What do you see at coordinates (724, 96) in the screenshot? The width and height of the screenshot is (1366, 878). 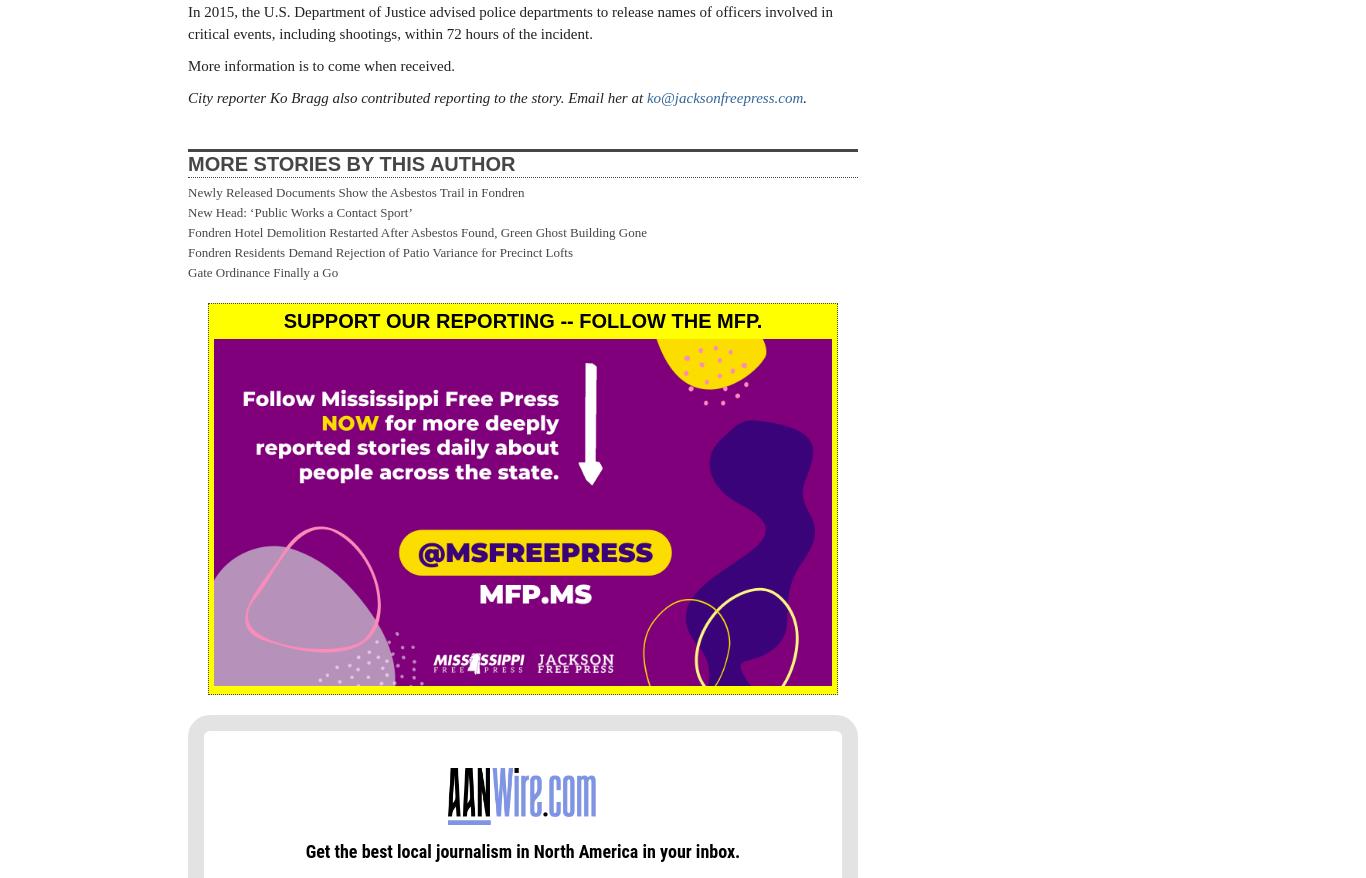 I see `'ko@jacksonfreepress.com'` at bounding box center [724, 96].